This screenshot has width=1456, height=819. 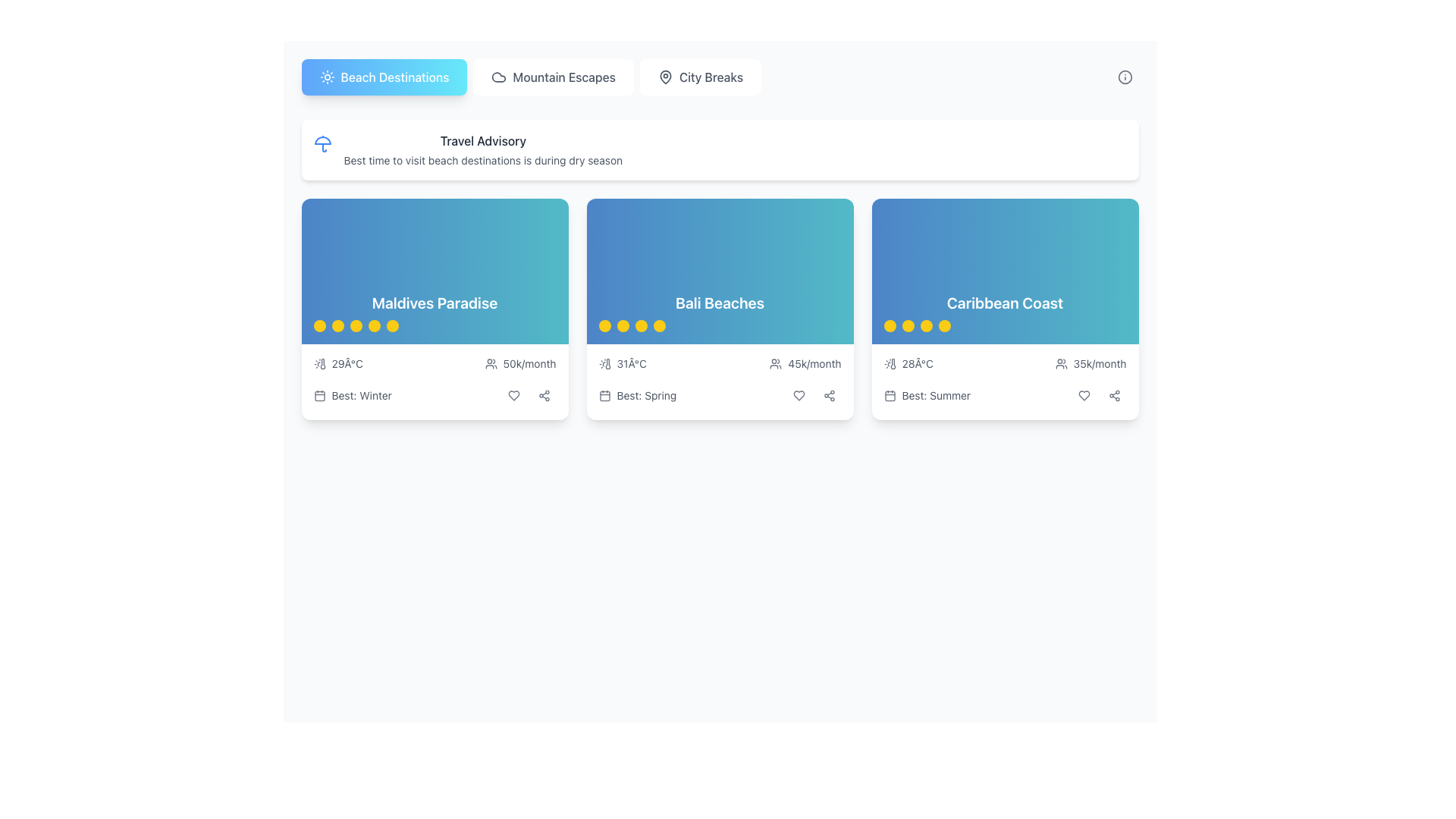 I want to click on the rightmost card in the 'Beach Destinations' section that represents the 'Caribbean Coast', which is adjacent to the 'Bali Beaches' card, so click(x=1005, y=271).